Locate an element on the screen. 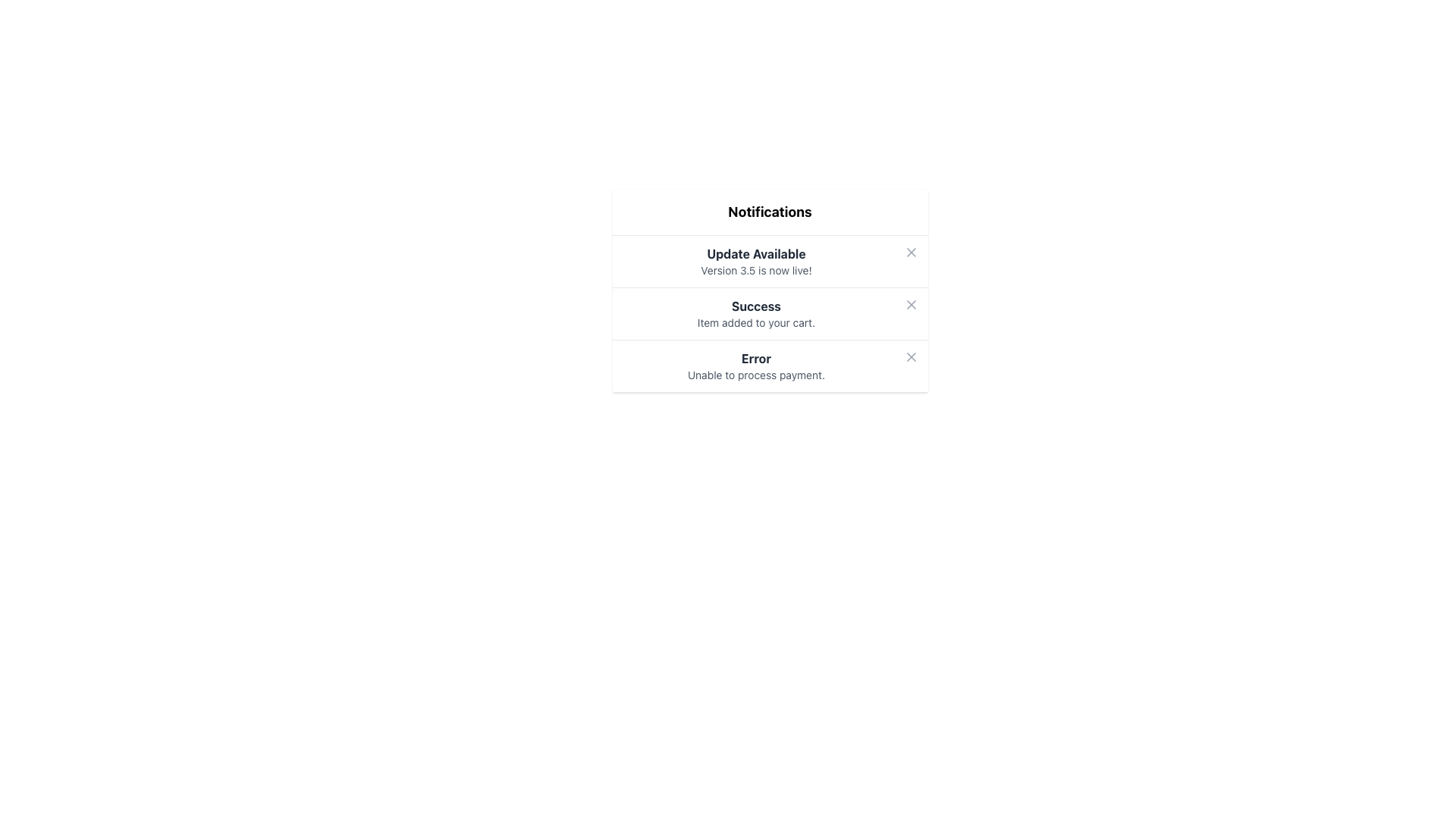  informational message indicating an error occurred in processing a payment from the main textual content of the third notification card, positioned centrally below the title and above the close button is located at coordinates (756, 366).